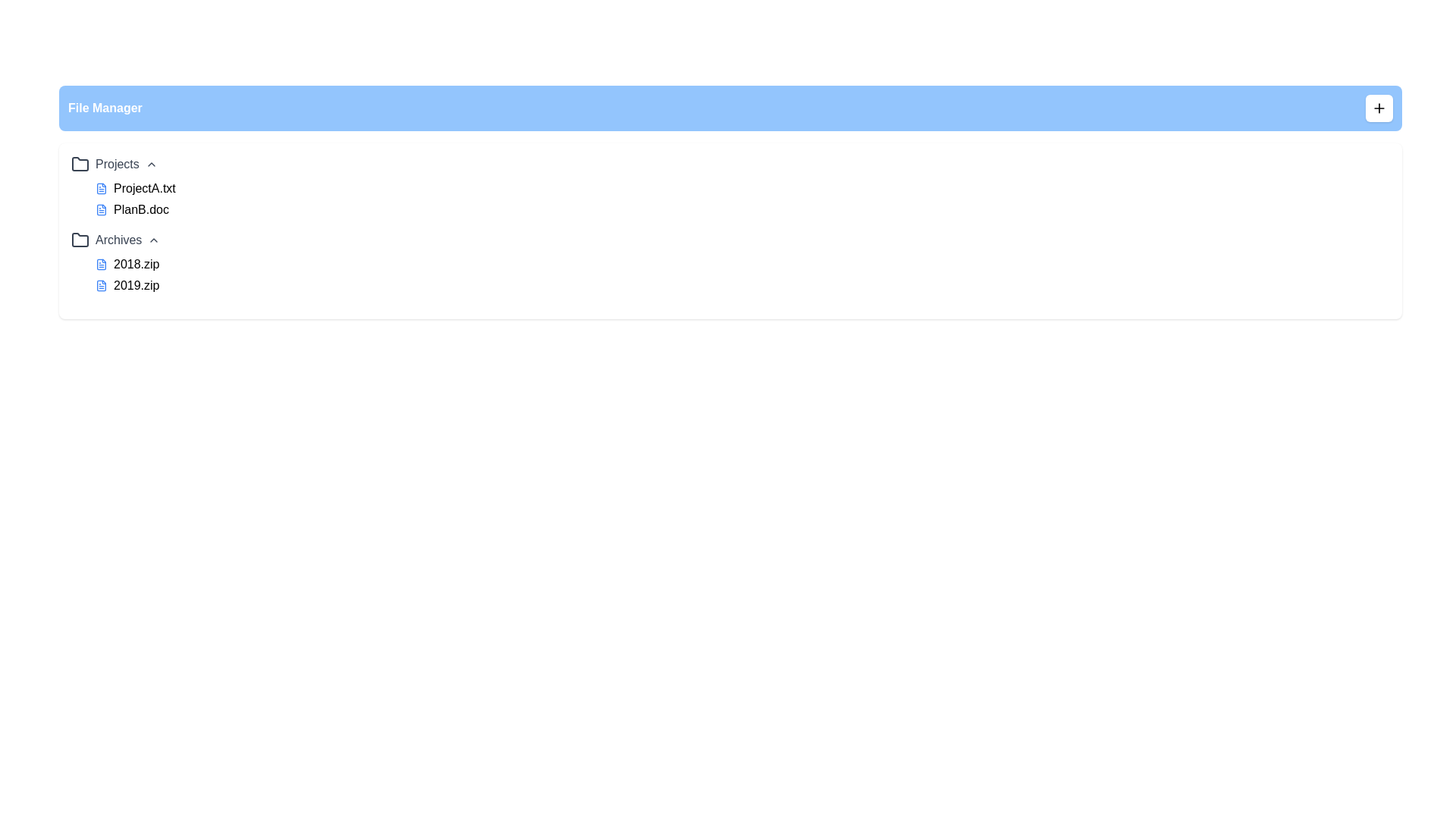  Describe the element at coordinates (101, 263) in the screenshot. I see `the file icon representing '2018.zip' located under the 'Archives' section, which has a rectangular shape with a page-like style and a folded corner` at that location.